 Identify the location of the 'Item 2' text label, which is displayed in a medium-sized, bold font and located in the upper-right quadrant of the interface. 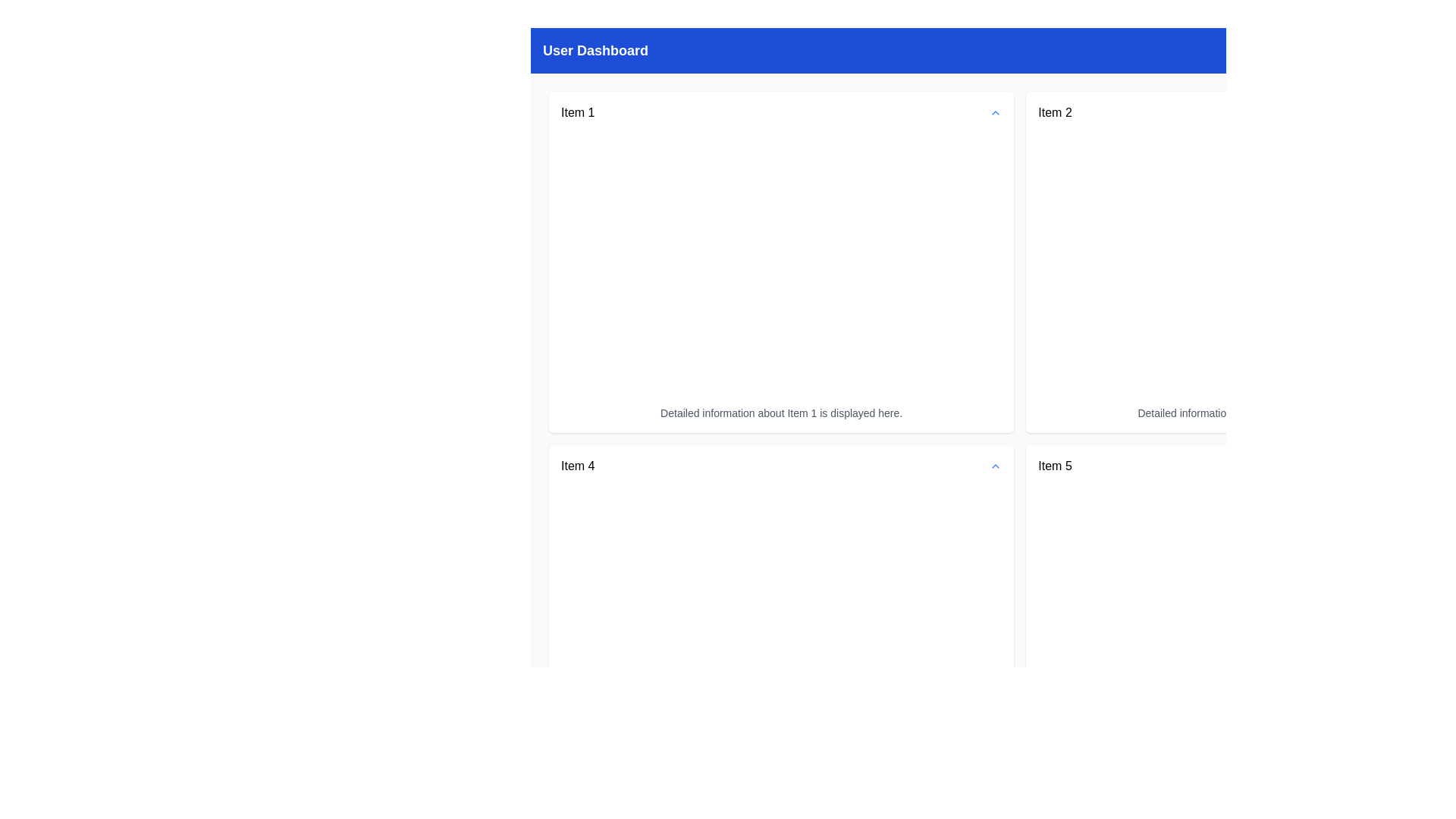
(1054, 112).